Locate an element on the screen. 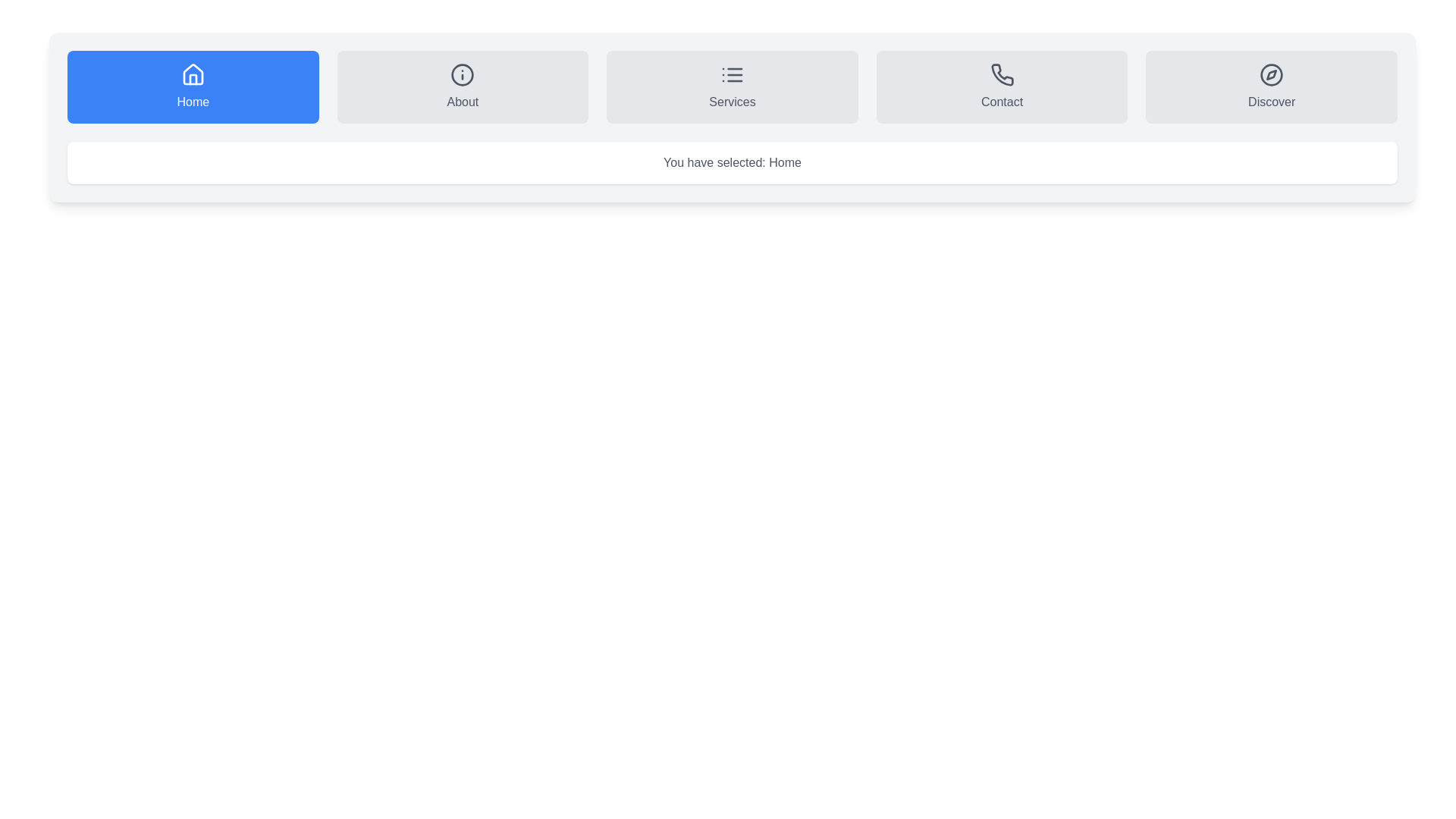  the 'About' navigation button located in the second column of the navigation menu is located at coordinates (462, 87).